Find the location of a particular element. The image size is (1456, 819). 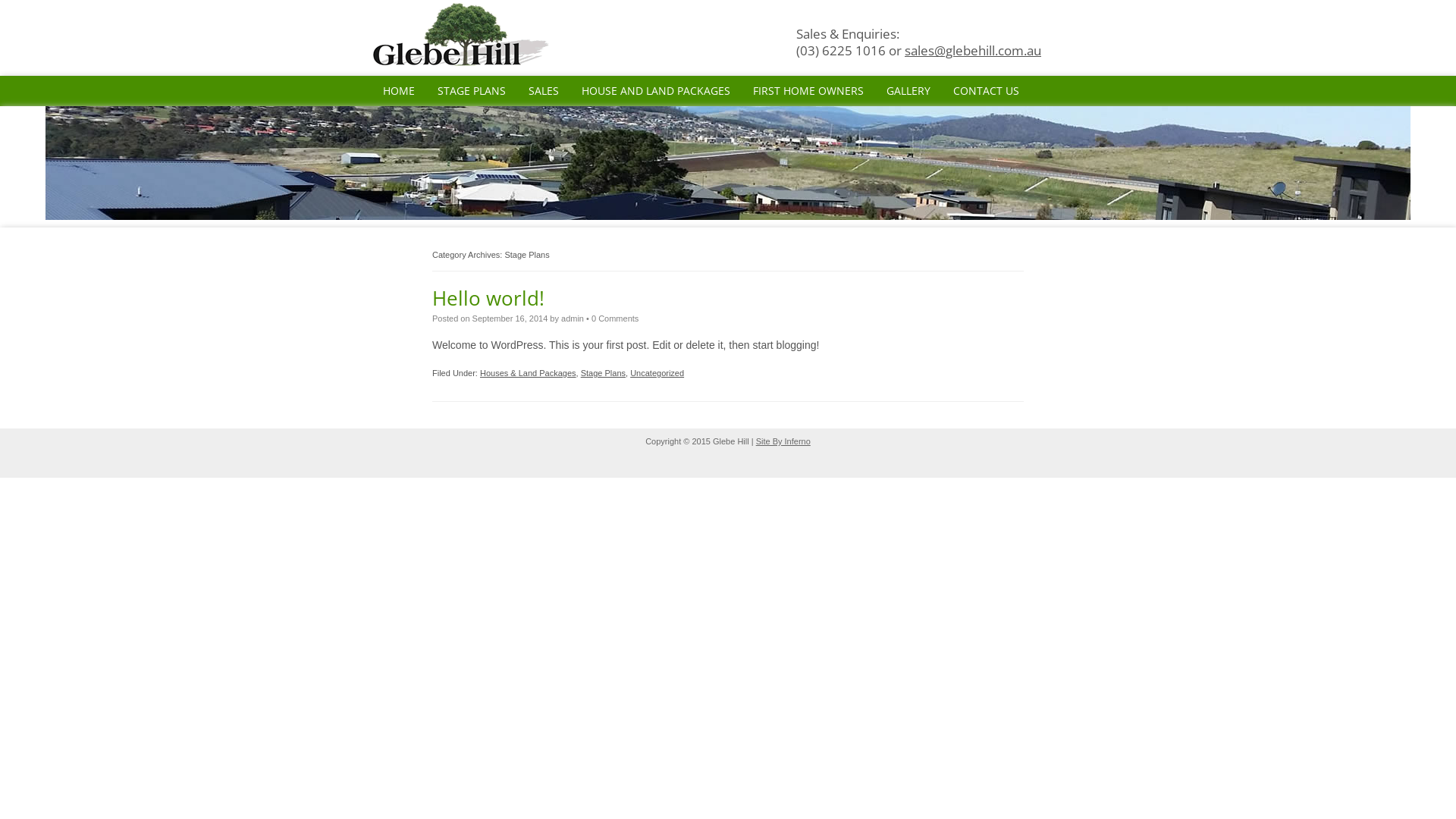

'Hello world!' is located at coordinates (488, 298).